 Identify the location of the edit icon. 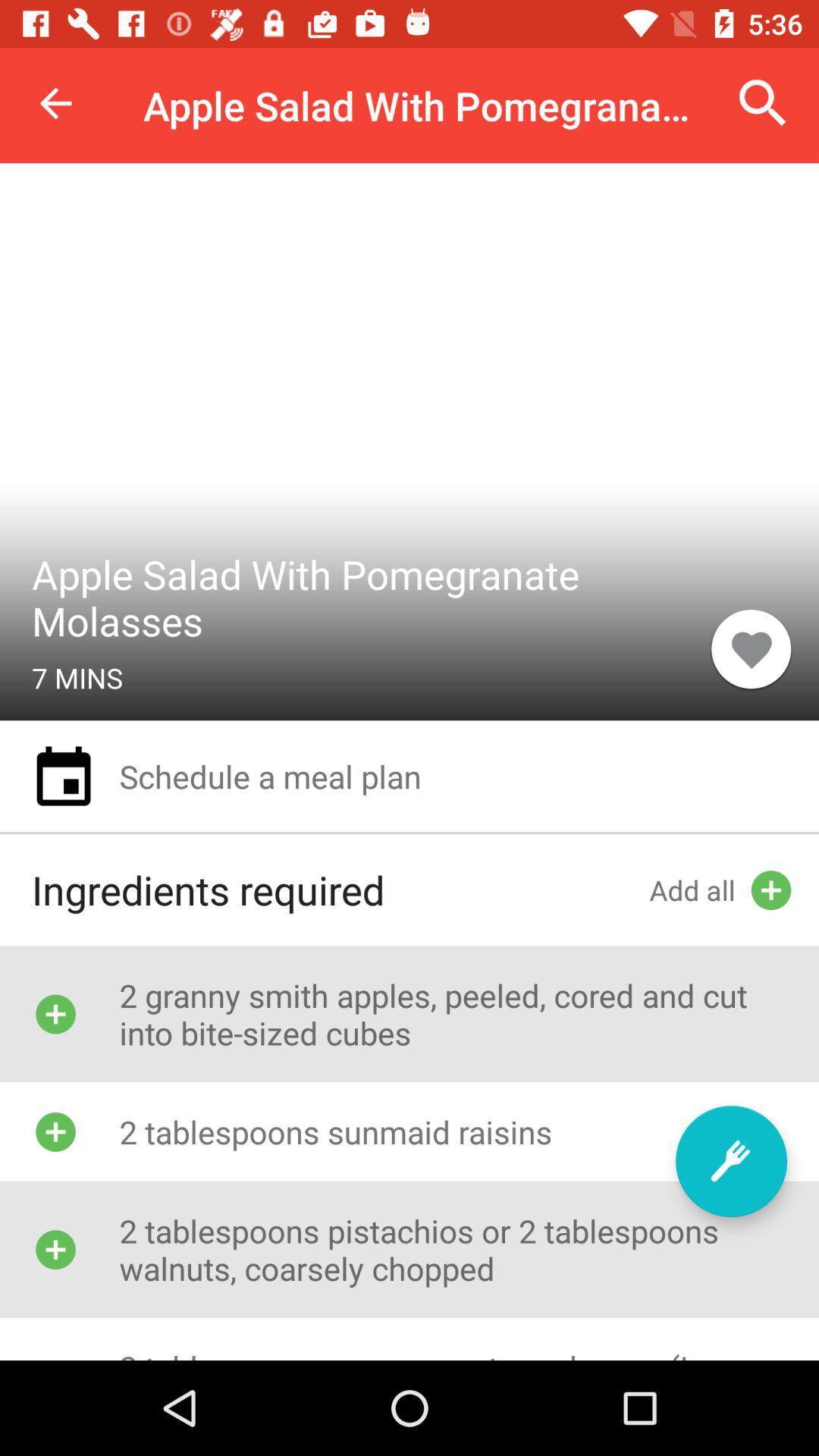
(730, 1160).